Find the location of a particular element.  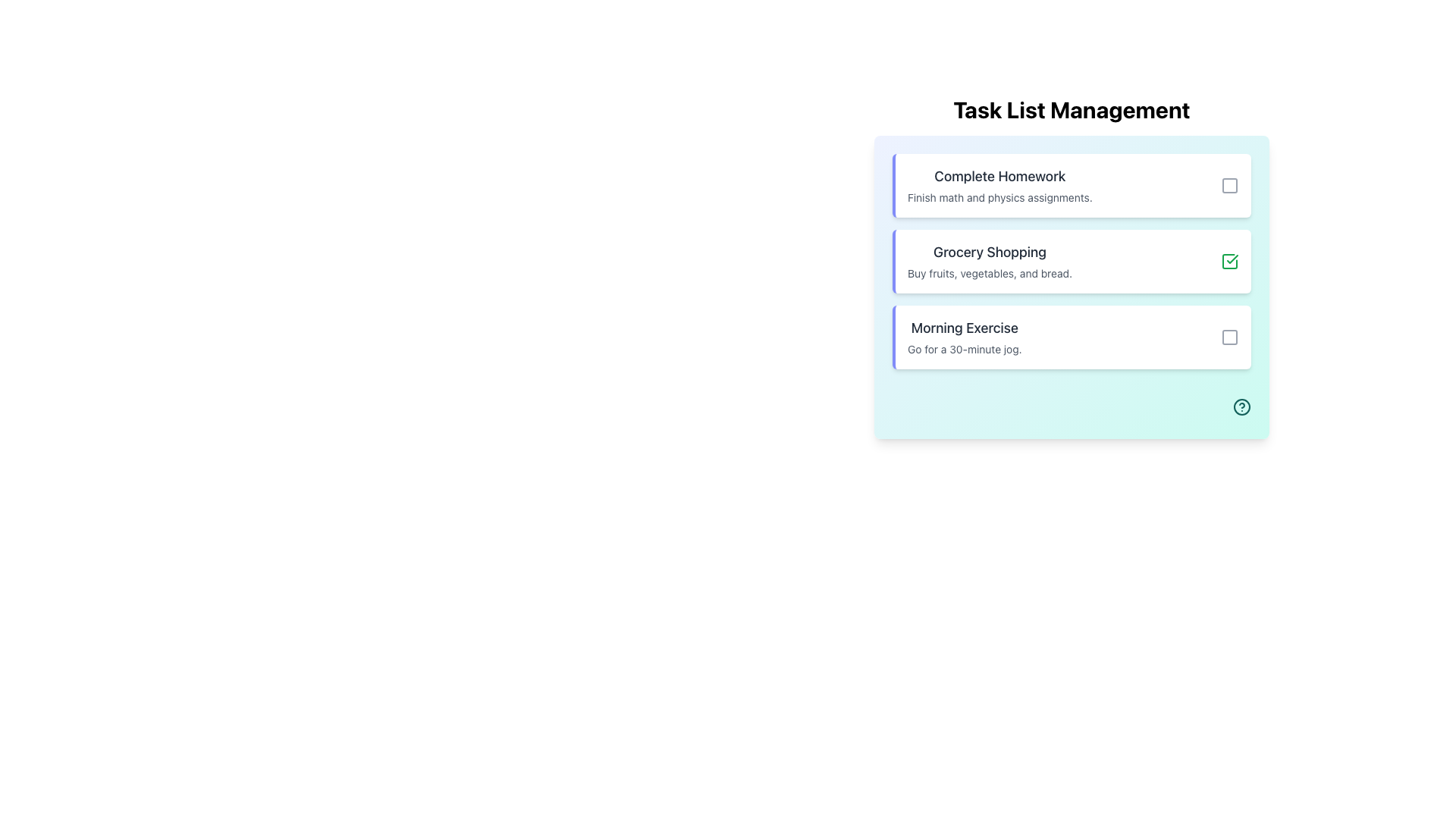

the text display element that shows 'Complete Homework' with a description stating 'Finish math and physics assignments.' is located at coordinates (999, 185).